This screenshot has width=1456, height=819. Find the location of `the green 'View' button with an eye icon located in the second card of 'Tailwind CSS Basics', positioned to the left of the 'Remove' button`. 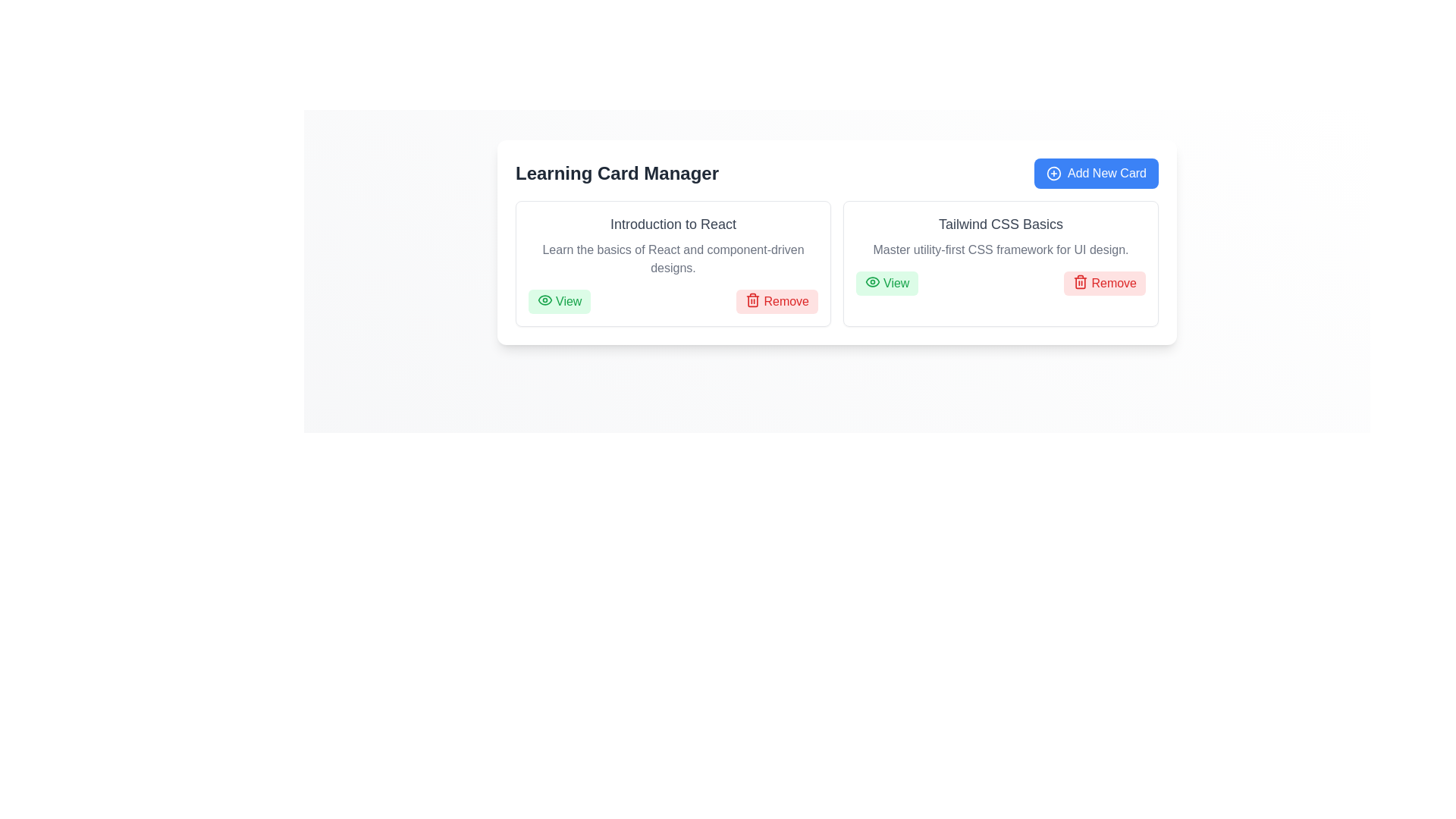

the green 'View' button with an eye icon located in the second card of 'Tailwind CSS Basics', positioned to the left of the 'Remove' button is located at coordinates (887, 284).